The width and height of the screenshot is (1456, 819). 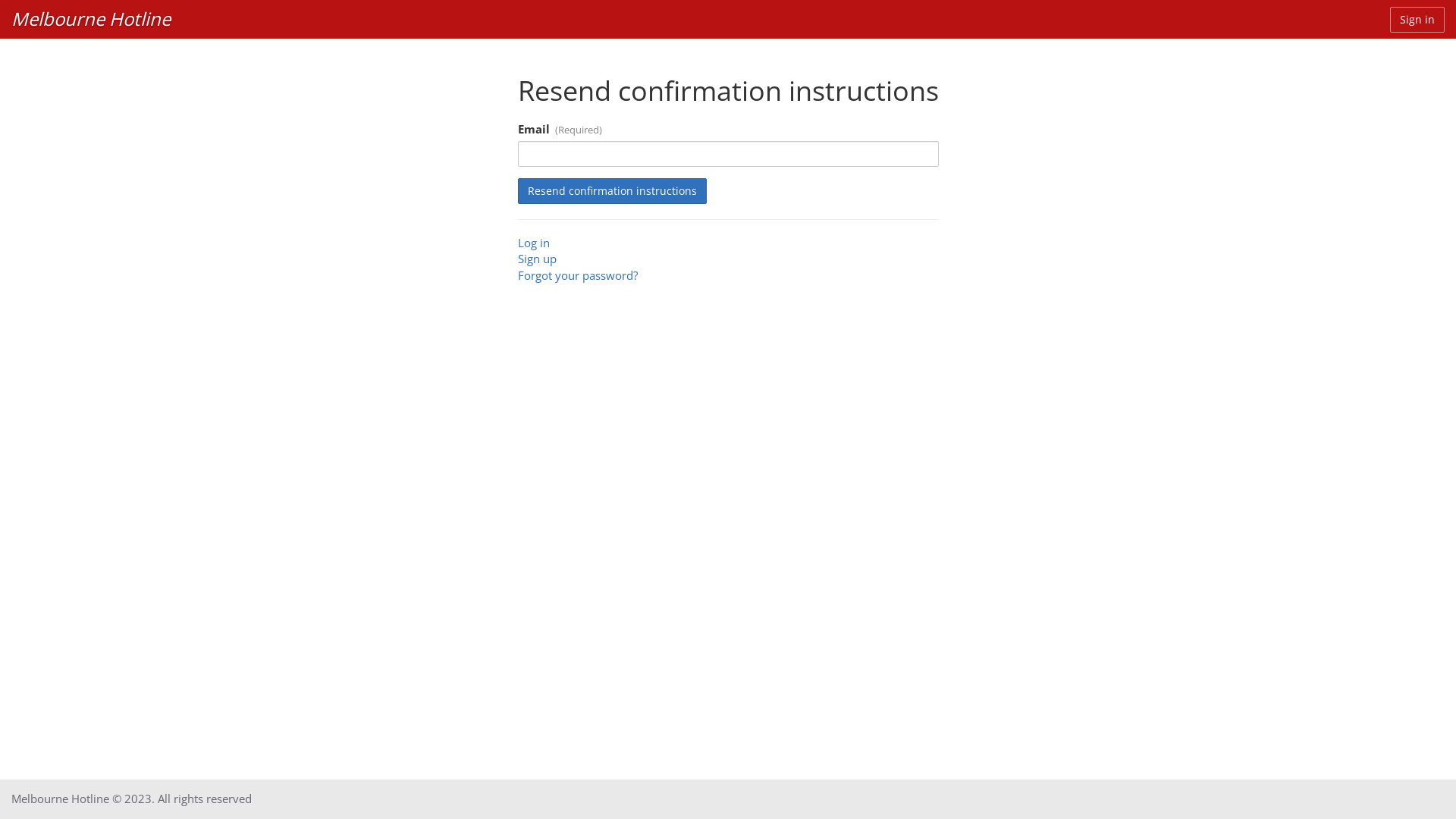 What do you see at coordinates (1390, 20) in the screenshot?
I see `'Sign in'` at bounding box center [1390, 20].